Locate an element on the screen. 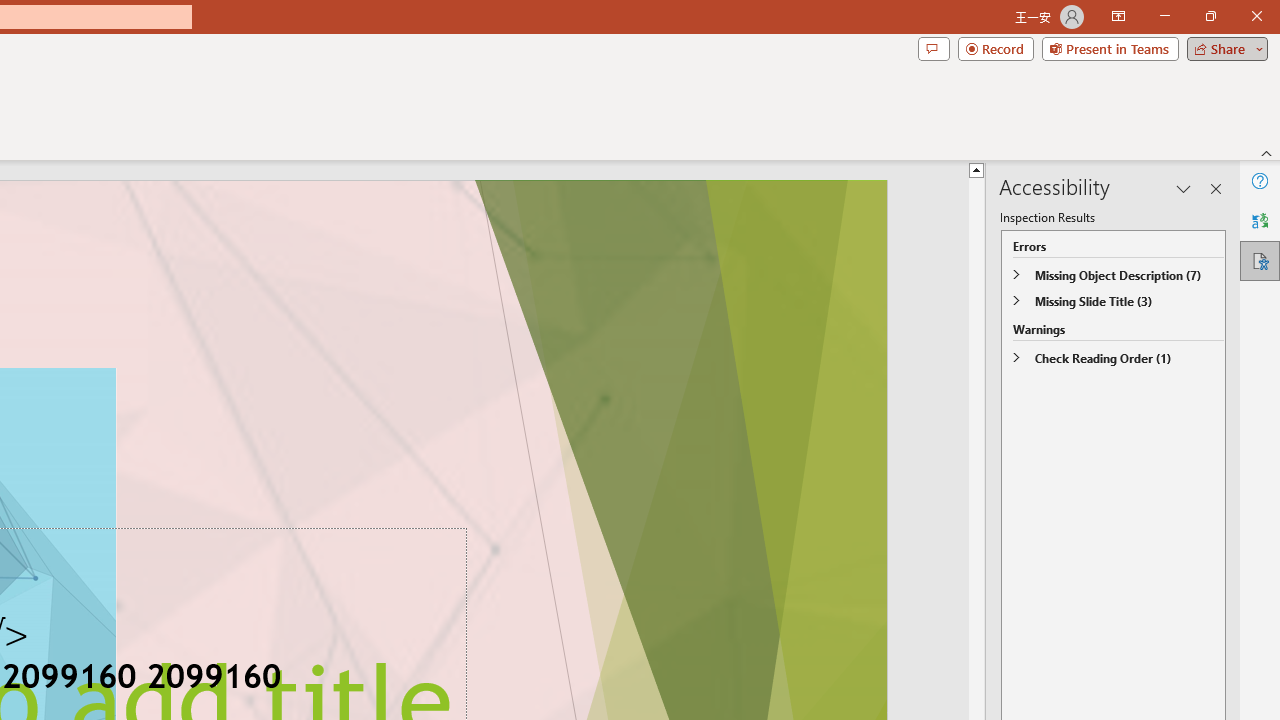  'Minimize' is located at coordinates (1164, 16).